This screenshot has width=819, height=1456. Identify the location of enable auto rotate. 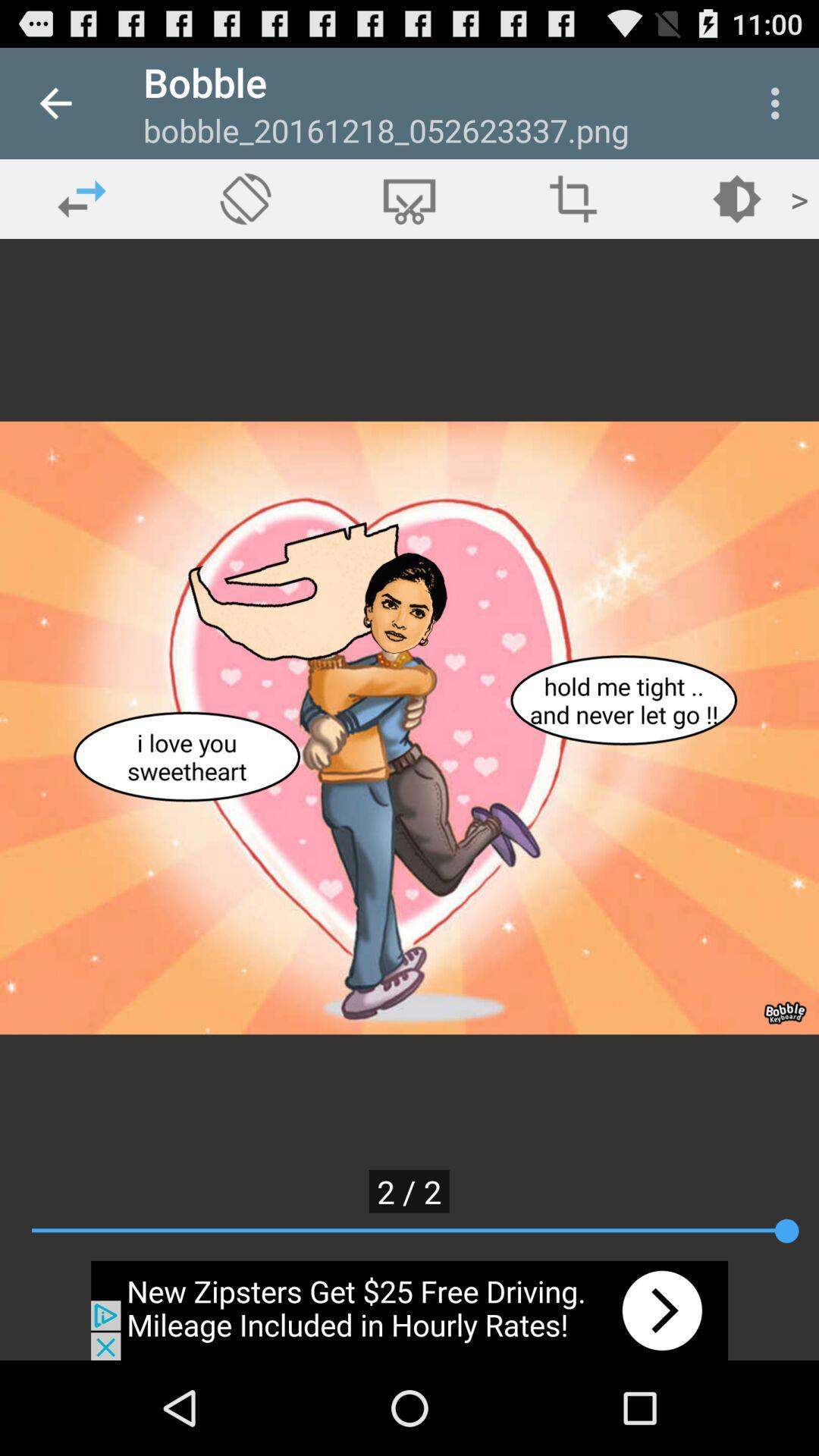
(245, 198).